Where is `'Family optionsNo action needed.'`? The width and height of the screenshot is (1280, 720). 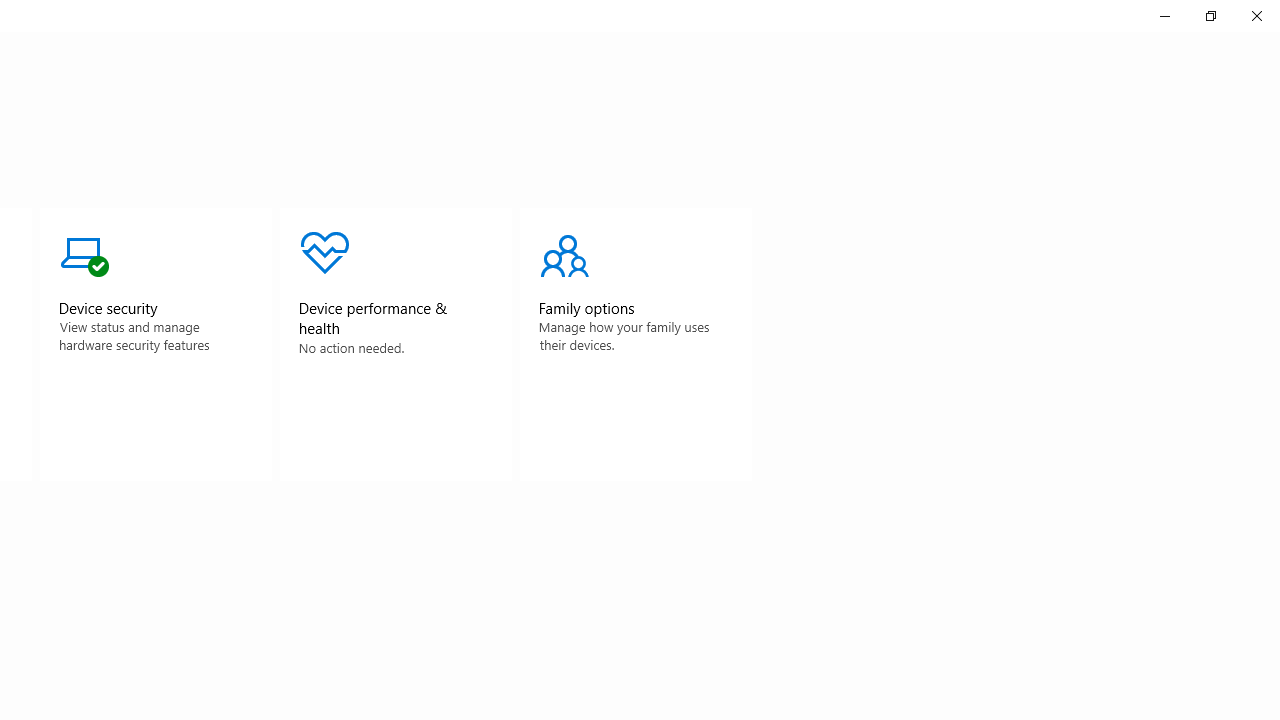 'Family optionsNo action needed.' is located at coordinates (635, 343).